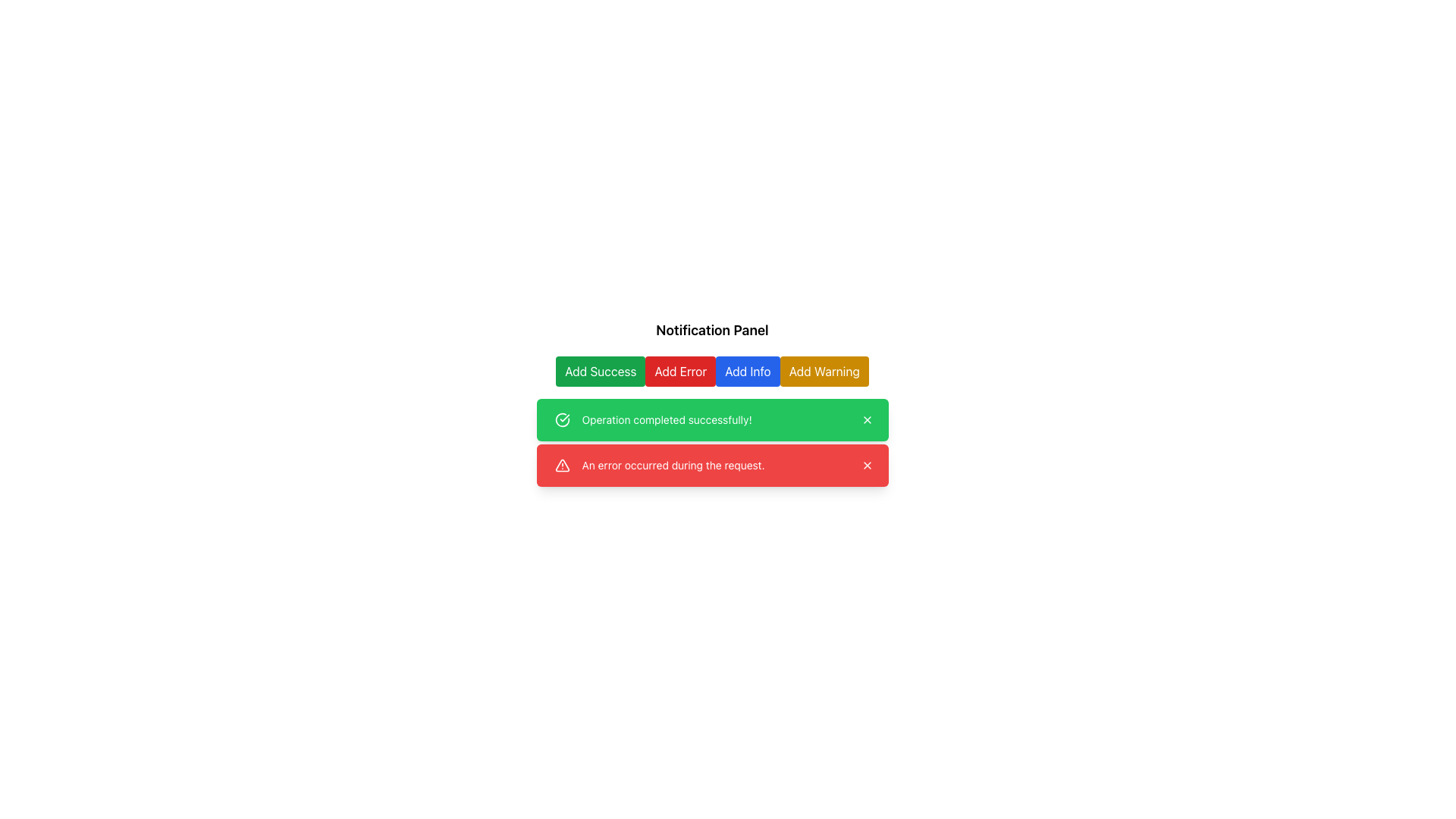 The image size is (1456, 819). What do you see at coordinates (667, 420) in the screenshot?
I see `message displayed in the text label saying 'Operation completed successfully!' which is located within the green notification card to the right of the checkmark icon` at bounding box center [667, 420].